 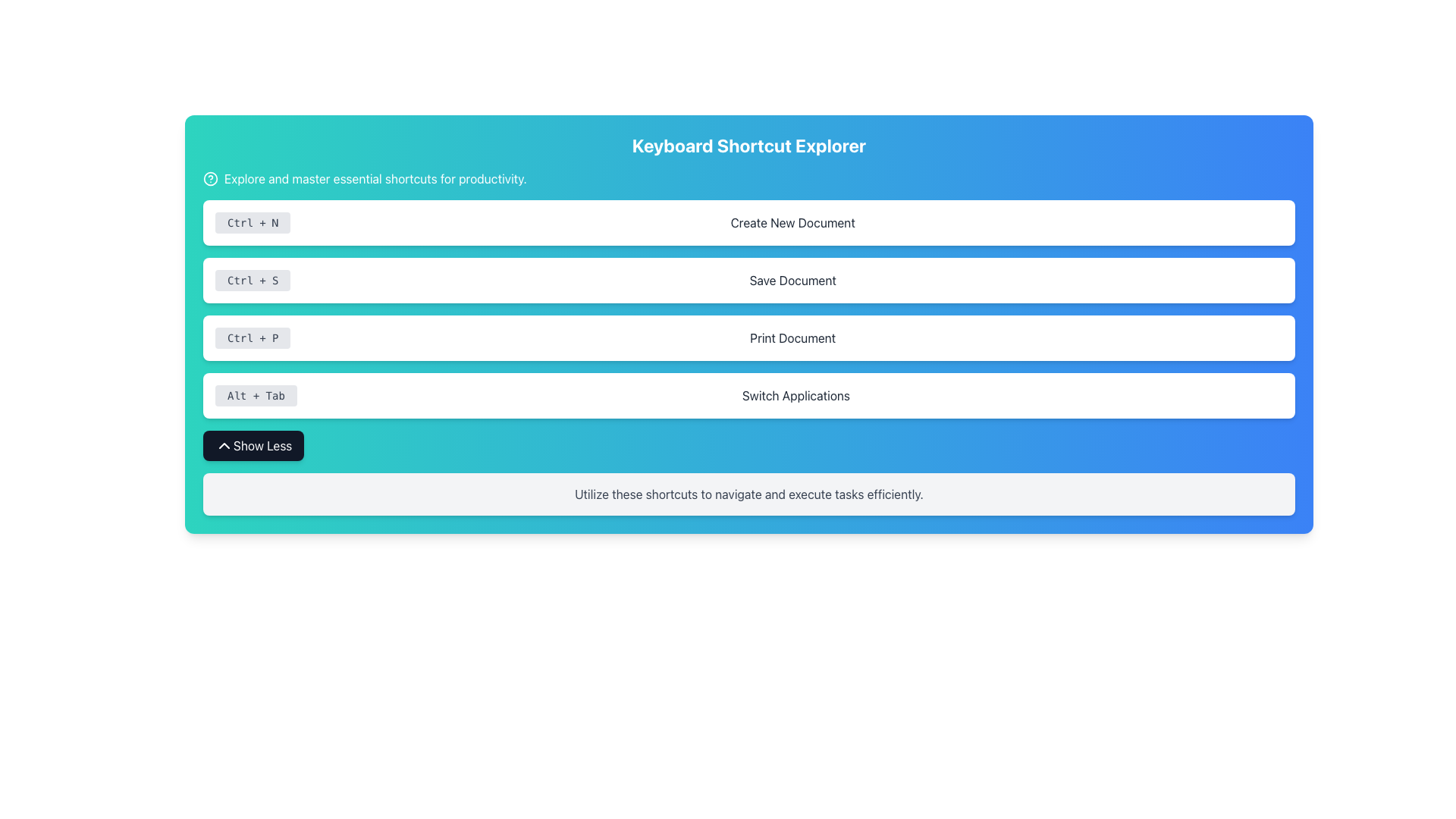 I want to click on the informational row displaying the keyboard shortcut for printing a document, which is the third item in the list of keyboard shortcuts, so click(x=749, y=337).